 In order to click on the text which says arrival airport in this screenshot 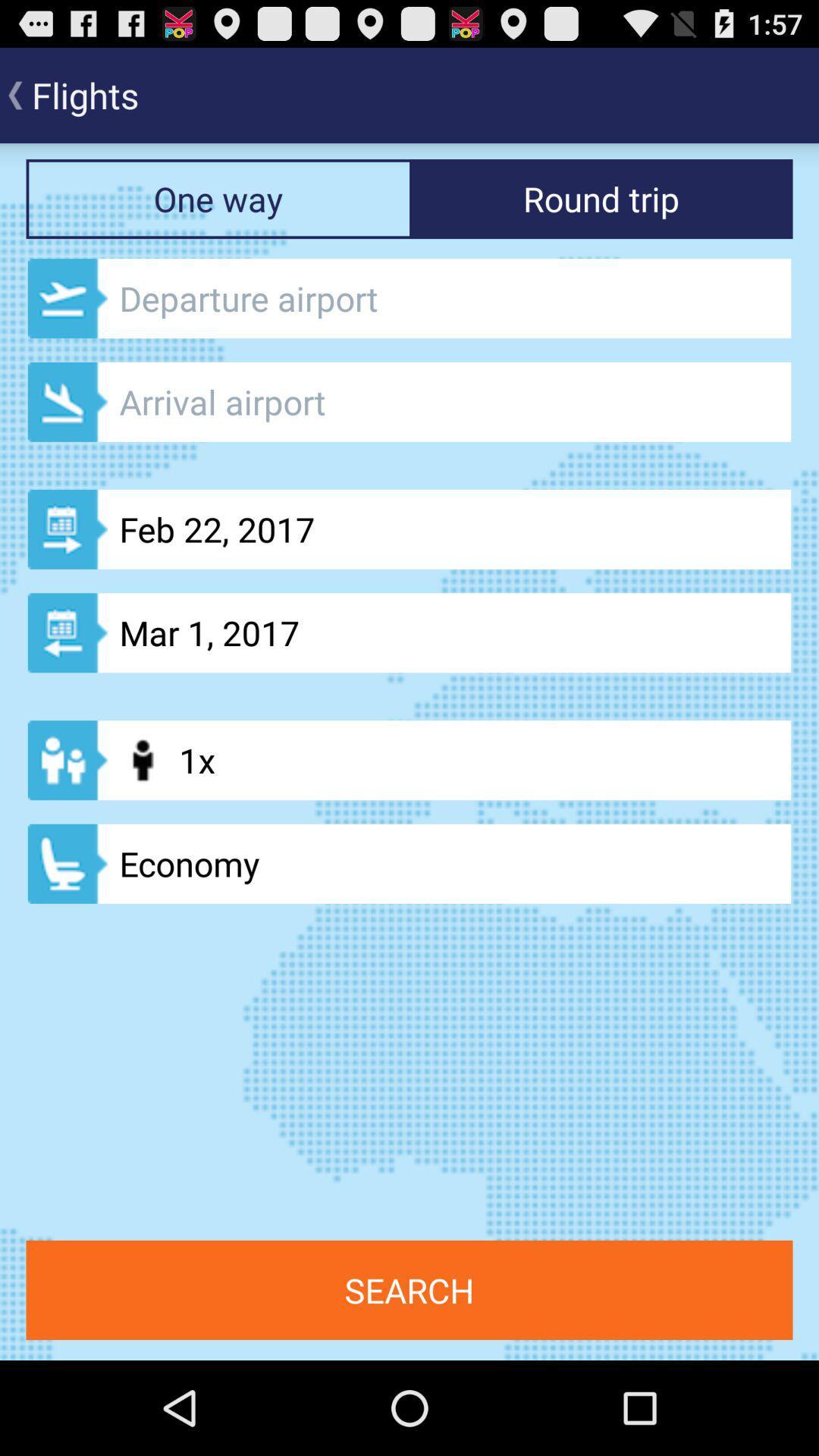, I will do `click(409, 402)`.